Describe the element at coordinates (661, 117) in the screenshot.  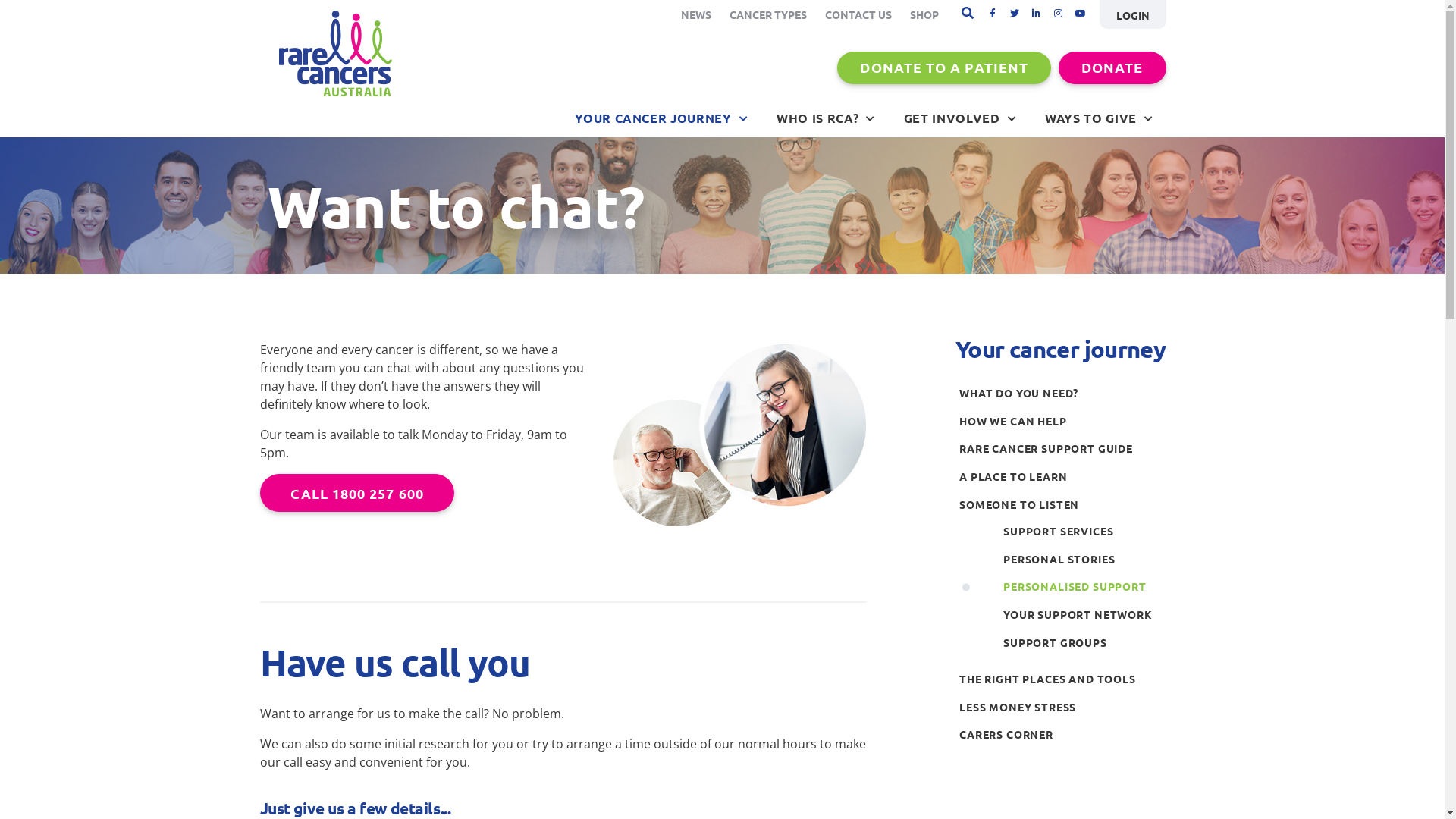
I see `'YOUR CANCER JOURNEY'` at that location.